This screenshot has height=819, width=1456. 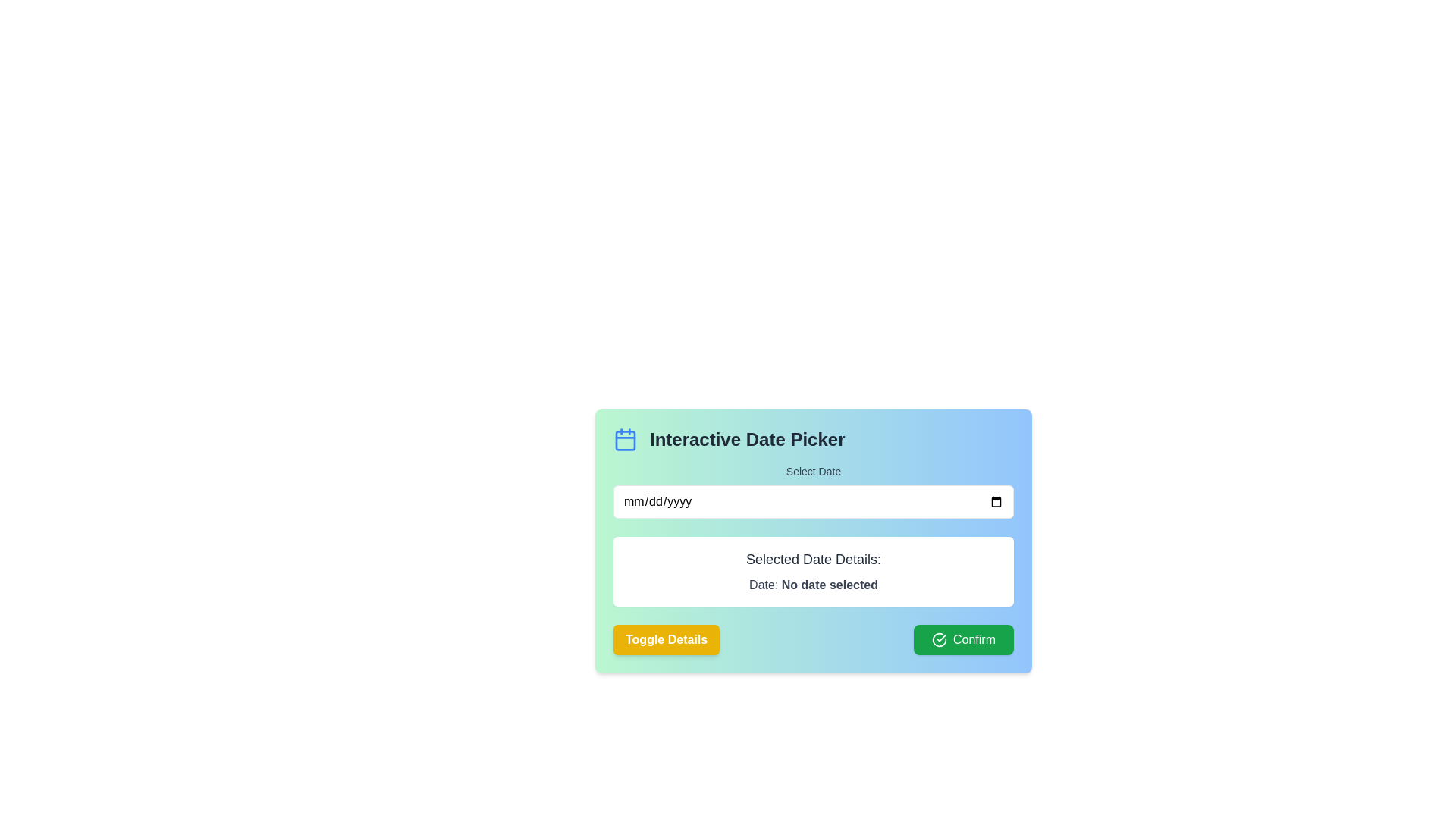 I want to click on the Text Label indicating the absence of a selected date in the 'Selected Date Details' panel, so click(x=829, y=584).